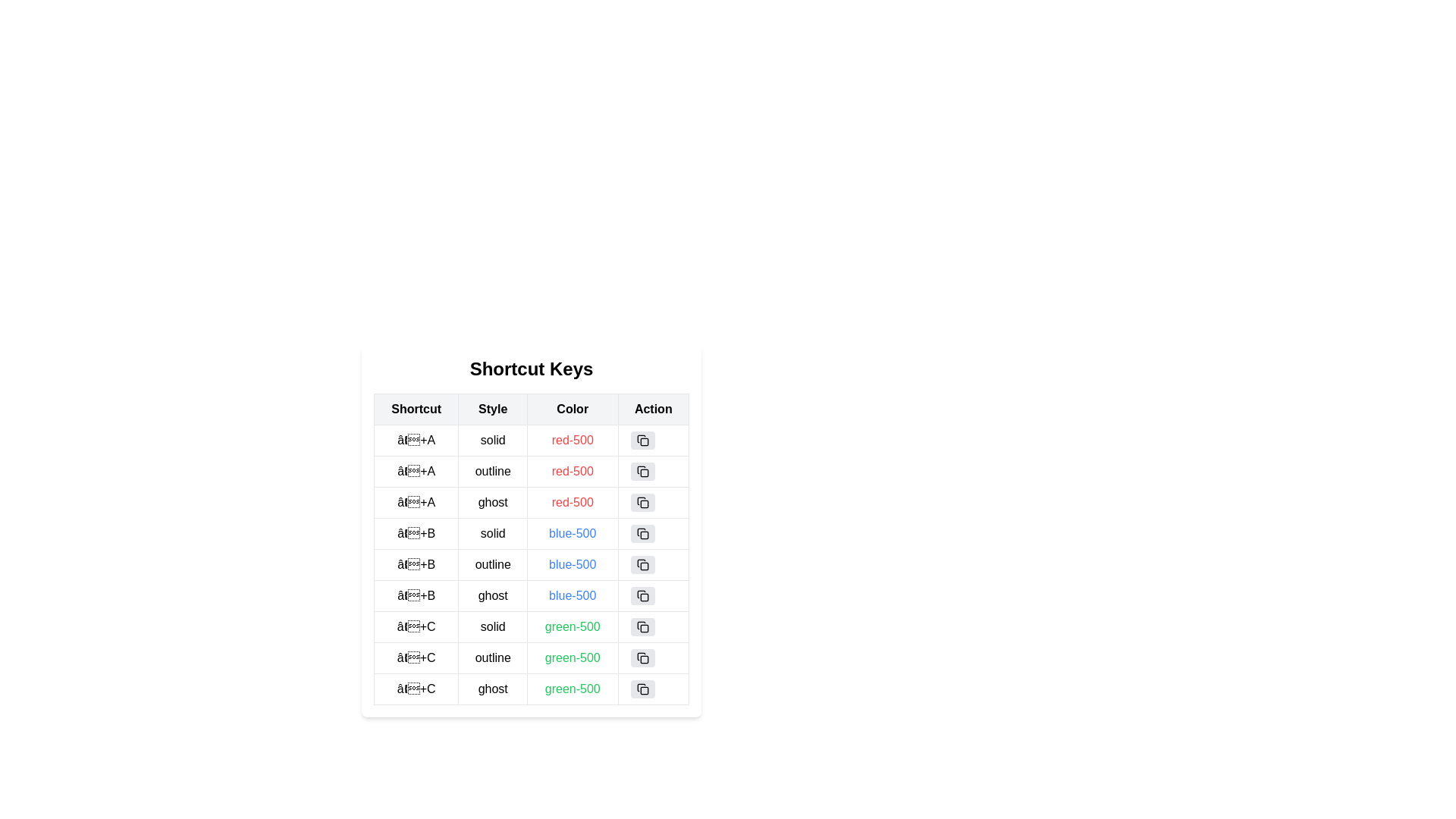  What do you see at coordinates (572, 626) in the screenshot?
I see `the text label representing the color reference 'green-500' in the shortcuts table for the 'solid' row with the shortcut '⌘+C'` at bounding box center [572, 626].